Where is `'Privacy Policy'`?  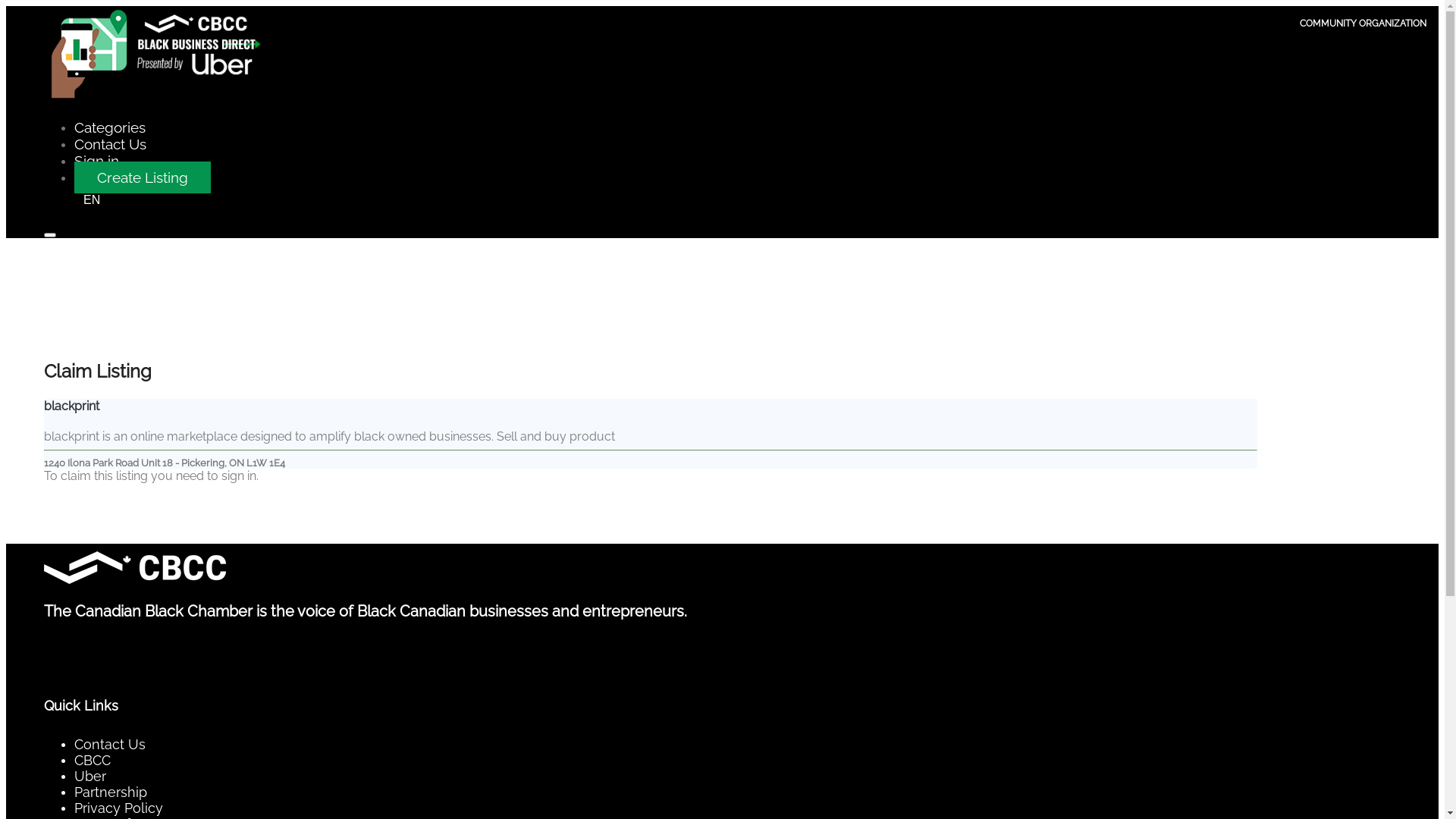
'Privacy Policy' is located at coordinates (118, 807).